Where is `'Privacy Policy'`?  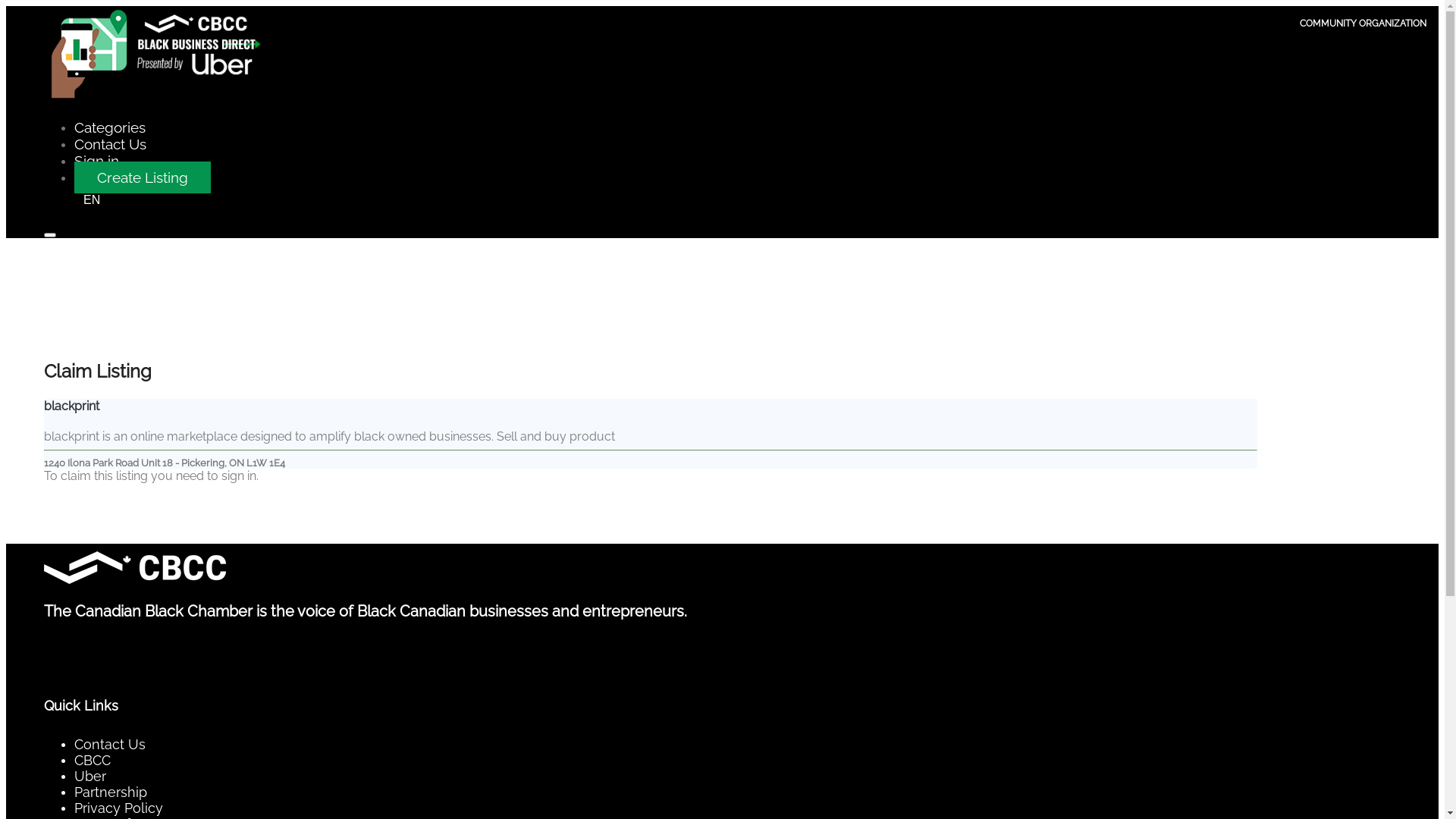
'Privacy Policy' is located at coordinates (118, 807).